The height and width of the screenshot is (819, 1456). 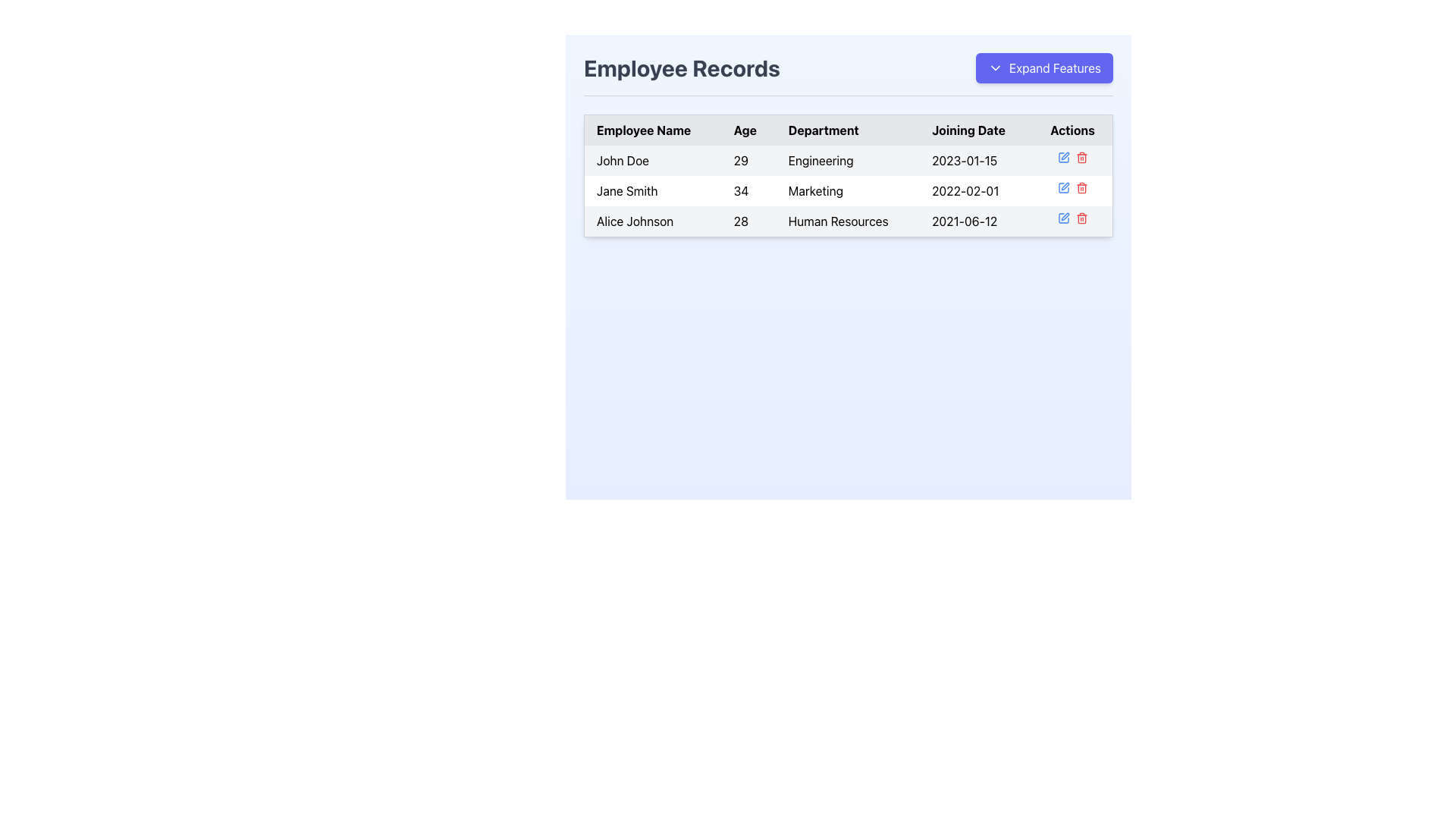 I want to click on attributes of the Static Text indicating the section related to employee records, located in the top header to the left of the 'Expand Features' button, so click(x=681, y=67).